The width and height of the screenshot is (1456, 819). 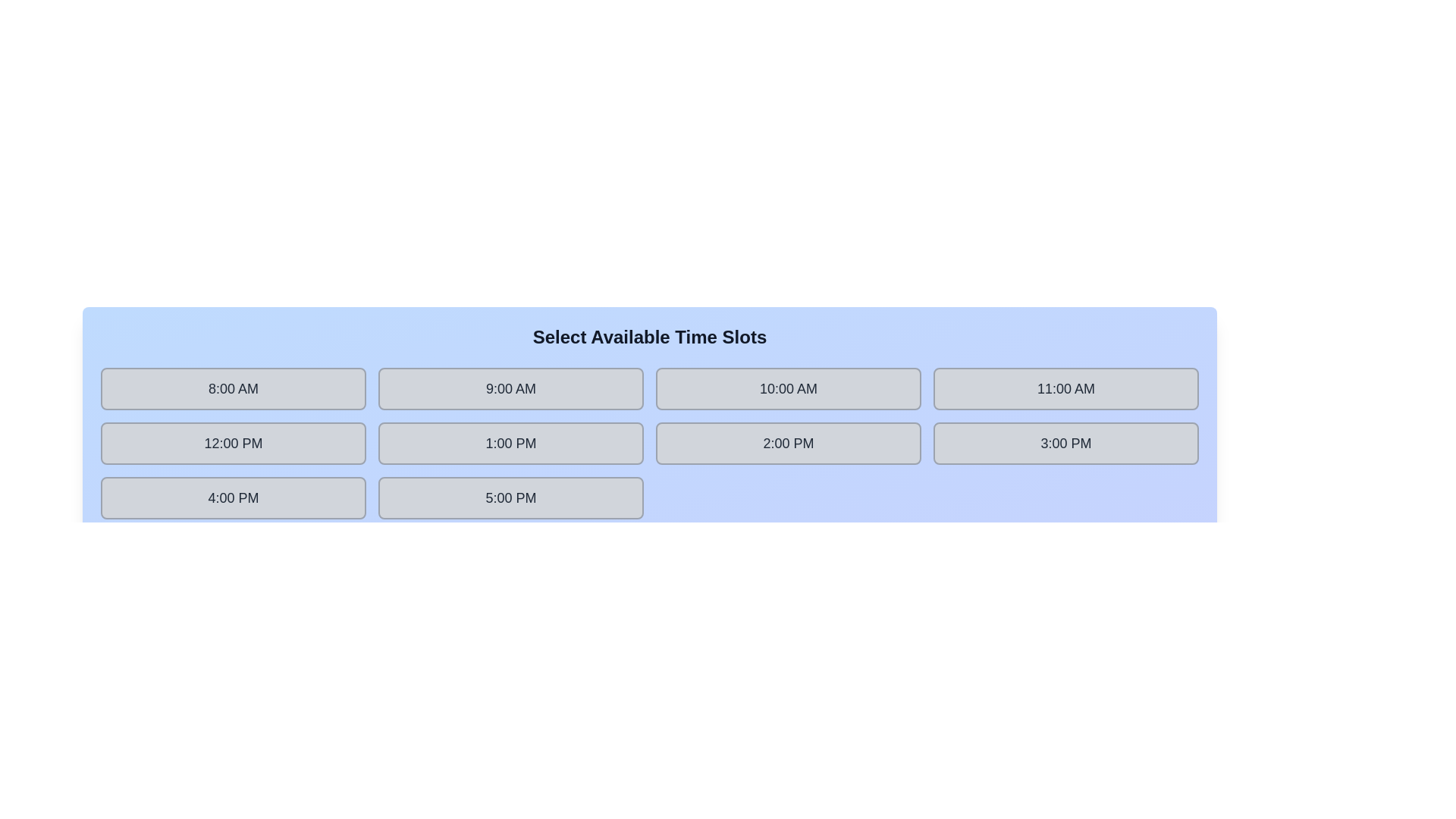 What do you see at coordinates (789, 444) in the screenshot?
I see `the time slot labeled 2:00 PM` at bounding box center [789, 444].